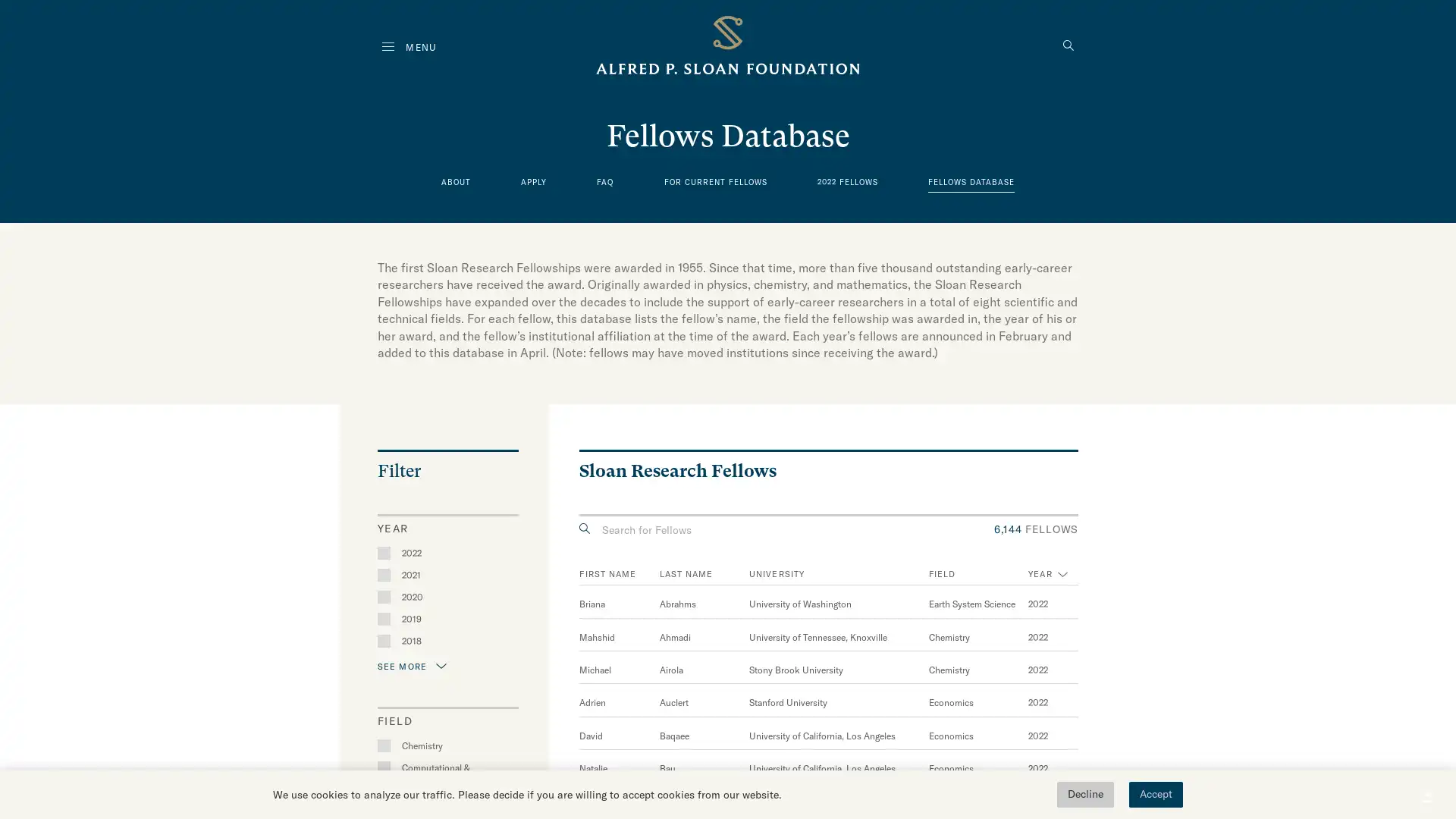 The width and height of the screenshot is (1456, 819). Describe the element at coordinates (1084, 794) in the screenshot. I see `Decline` at that location.